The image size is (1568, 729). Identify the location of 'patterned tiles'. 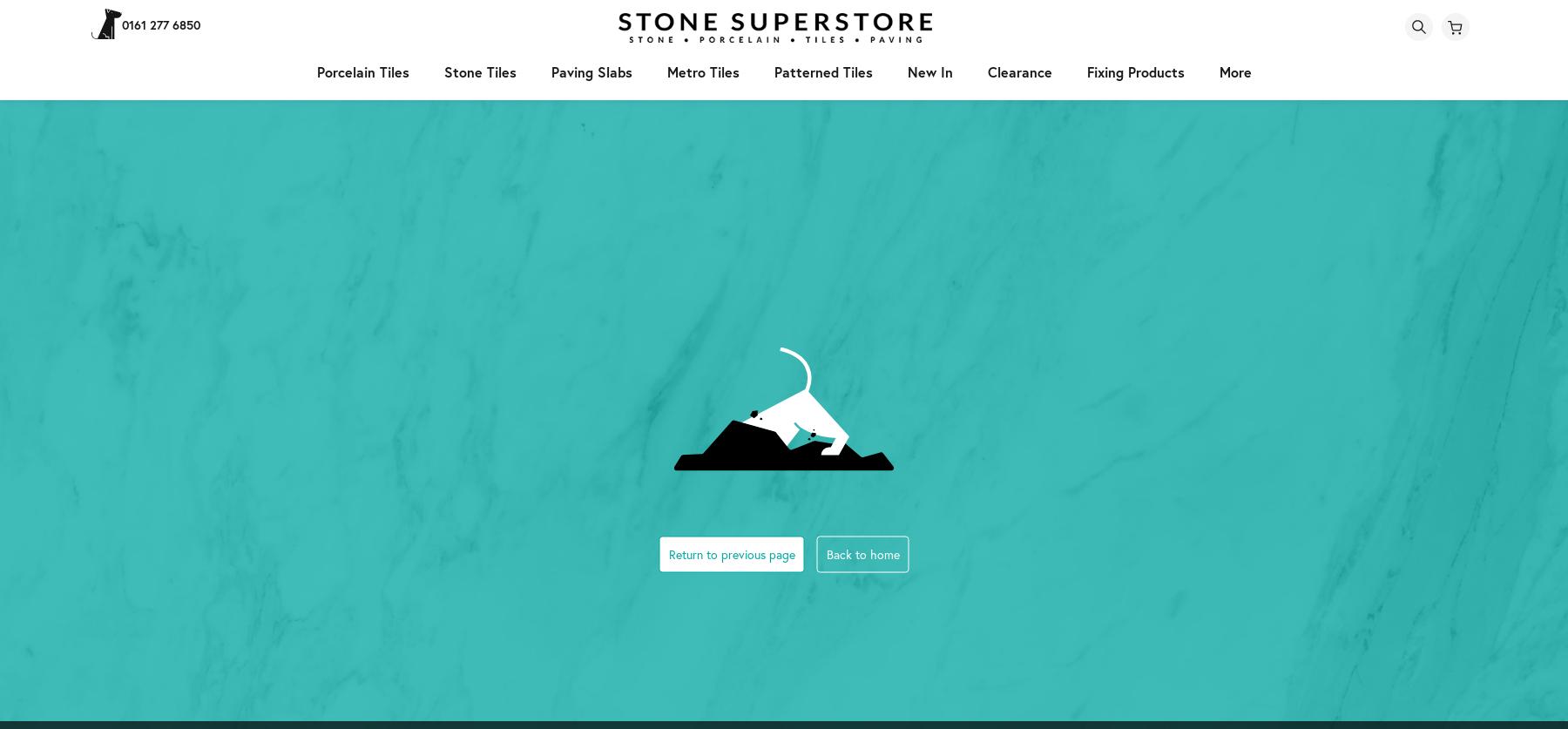
(821, 71).